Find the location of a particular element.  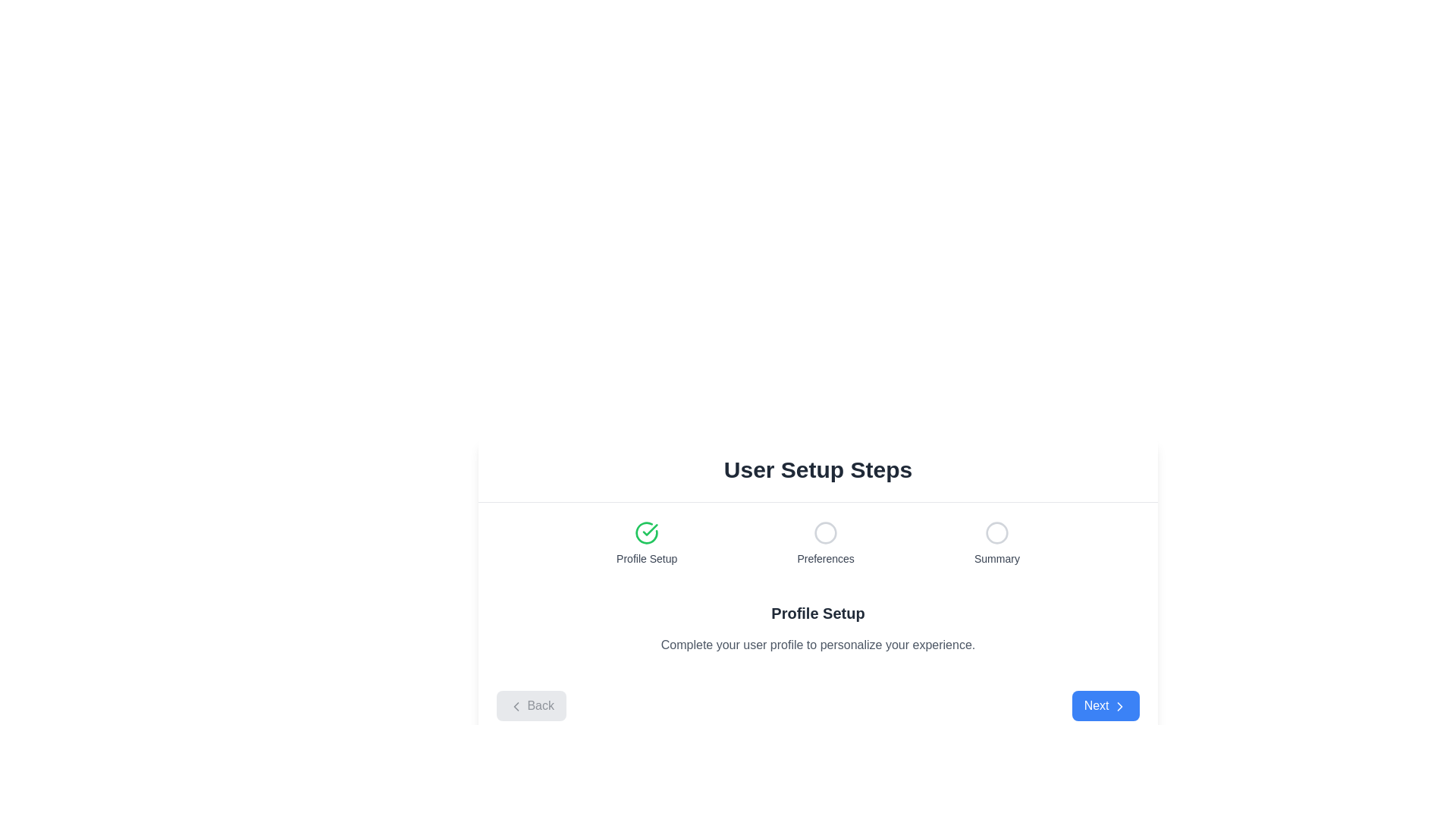

the 'Back' button, which is a rectangular button with rounded corners, light gray background, darker gray text, and a left-pointing chevron icon is located at coordinates (531, 705).